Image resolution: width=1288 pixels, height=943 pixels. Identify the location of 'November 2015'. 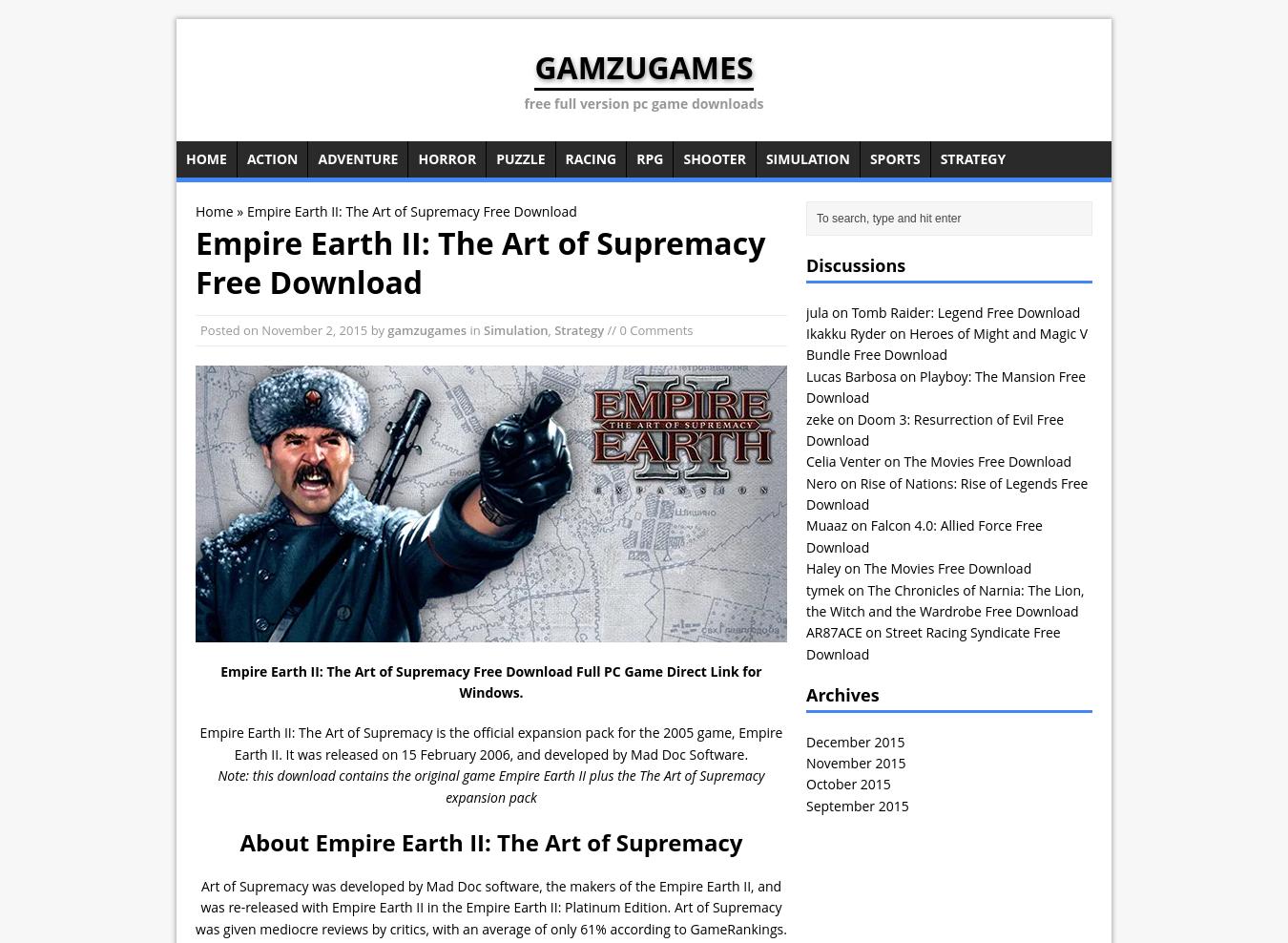
(855, 761).